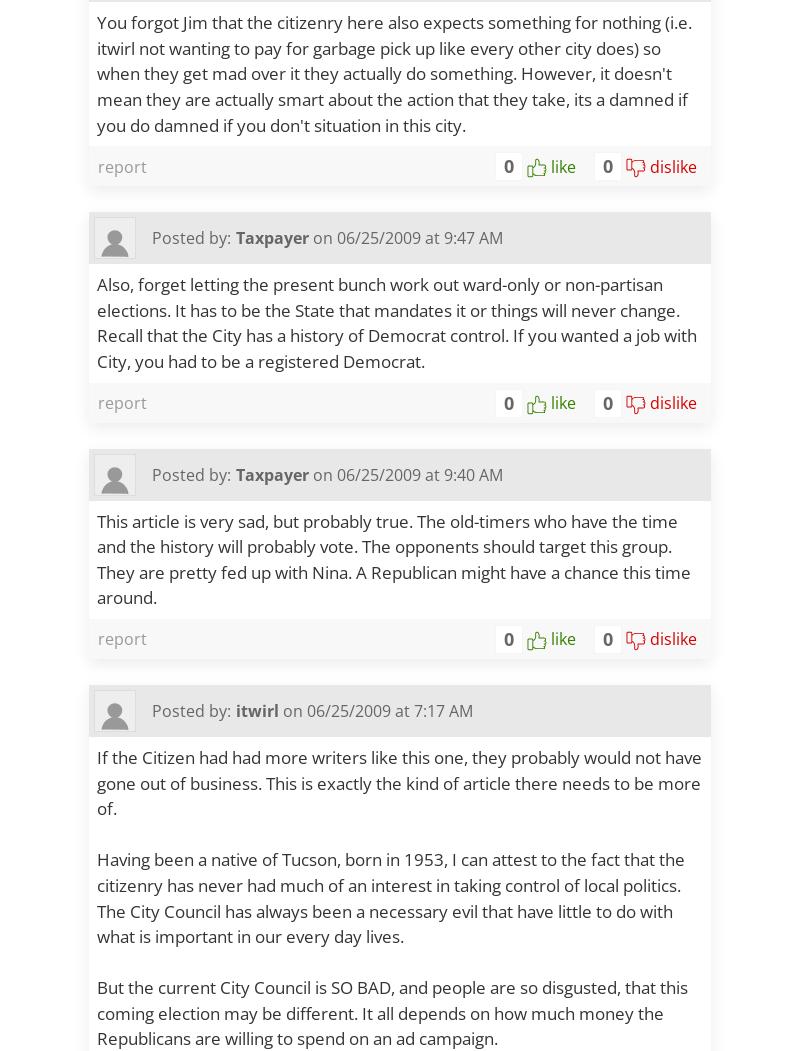 The width and height of the screenshot is (800, 1051). Describe the element at coordinates (391, 1011) in the screenshot. I see `'But the current City Council is SO BAD, and people are so disgusted, that this coming election may be different.  It all depends on how much money the Republicans are willing to spend on an ad campaign.'` at that location.